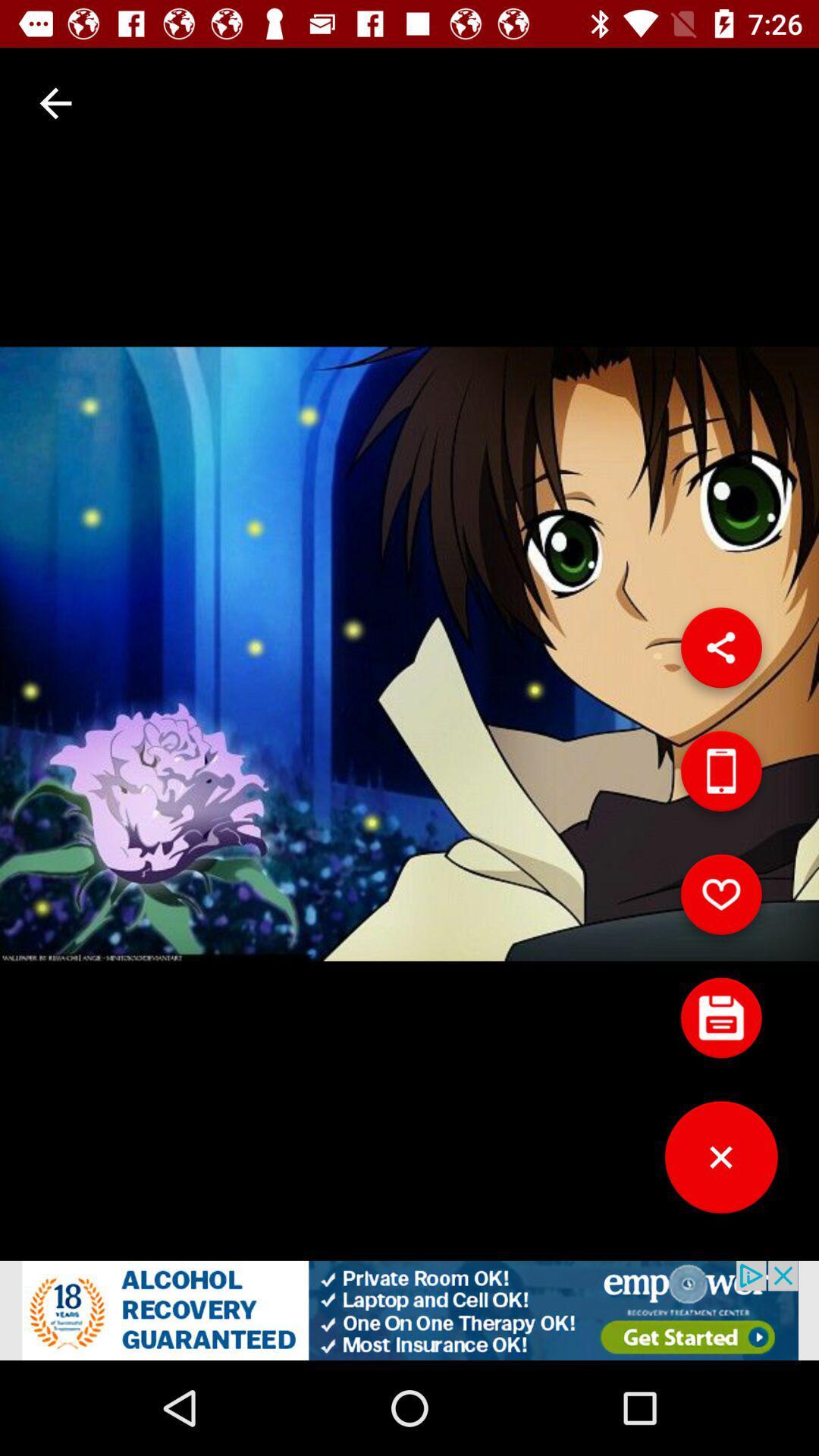 This screenshot has width=819, height=1456. Describe the element at coordinates (720, 900) in the screenshot. I see `like button` at that location.